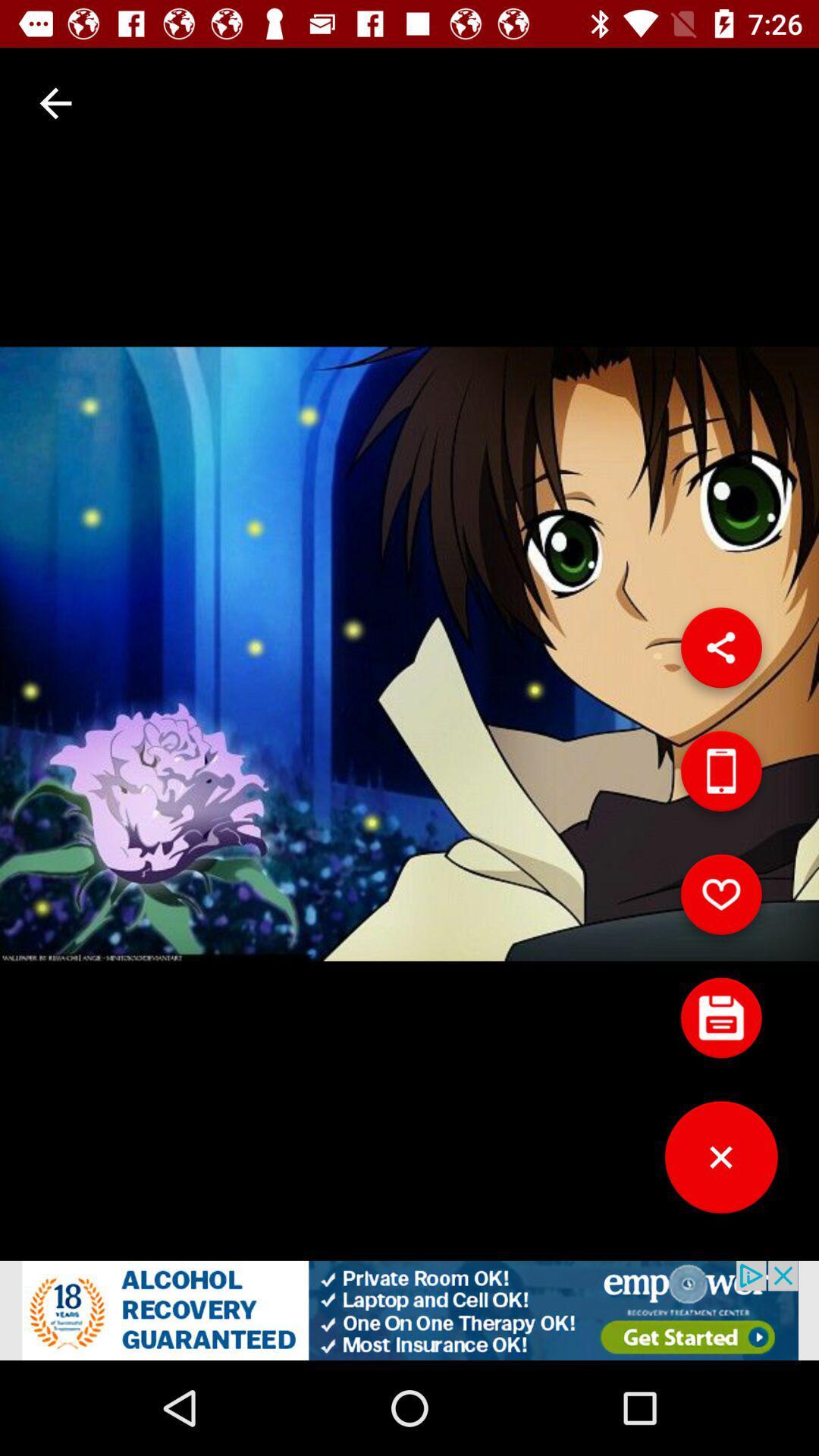 This screenshot has width=819, height=1456. Describe the element at coordinates (720, 900) in the screenshot. I see `like button` at that location.